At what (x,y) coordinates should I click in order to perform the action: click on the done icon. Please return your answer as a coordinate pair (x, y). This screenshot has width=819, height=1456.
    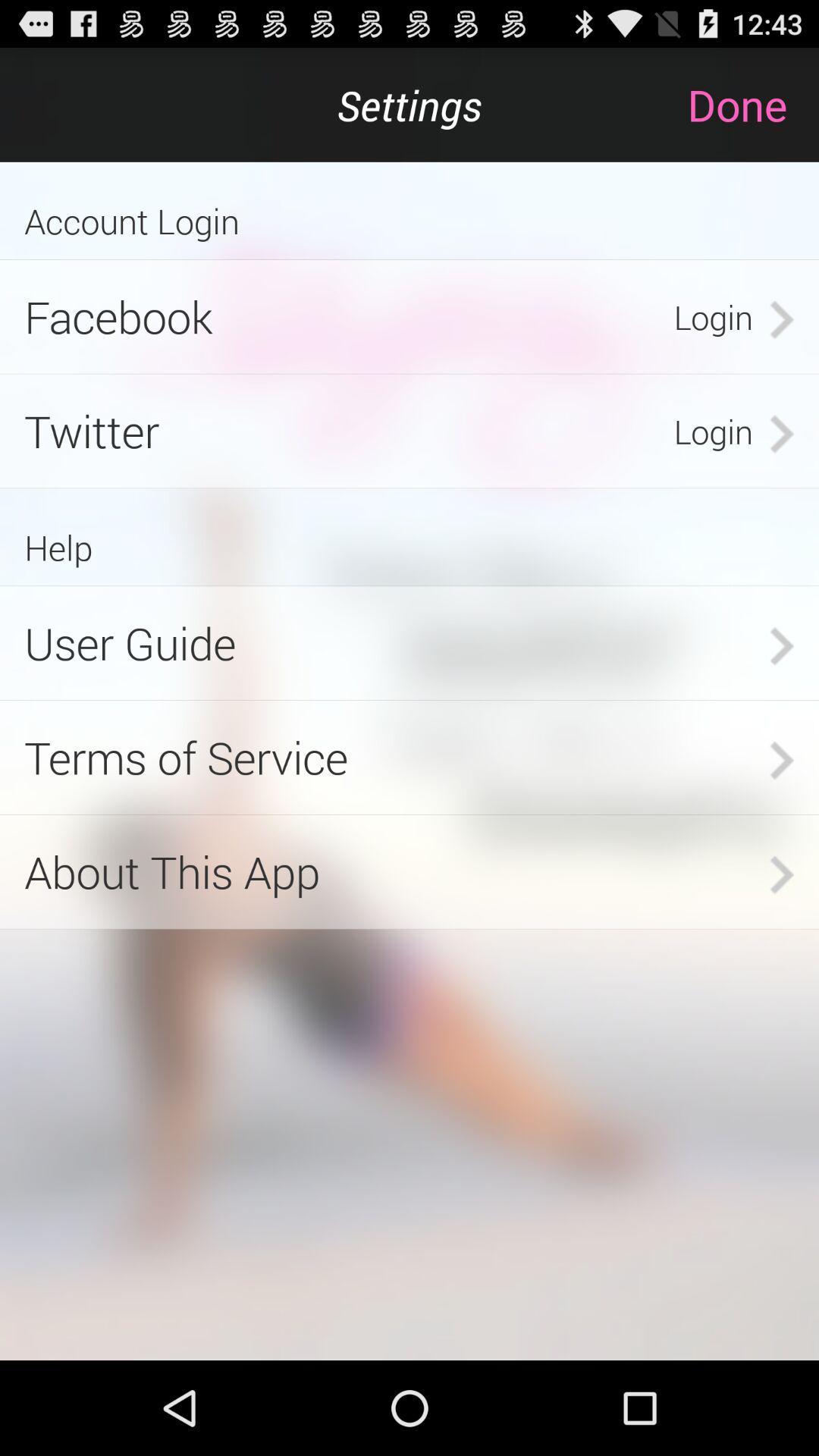
    Looking at the image, I should click on (752, 104).